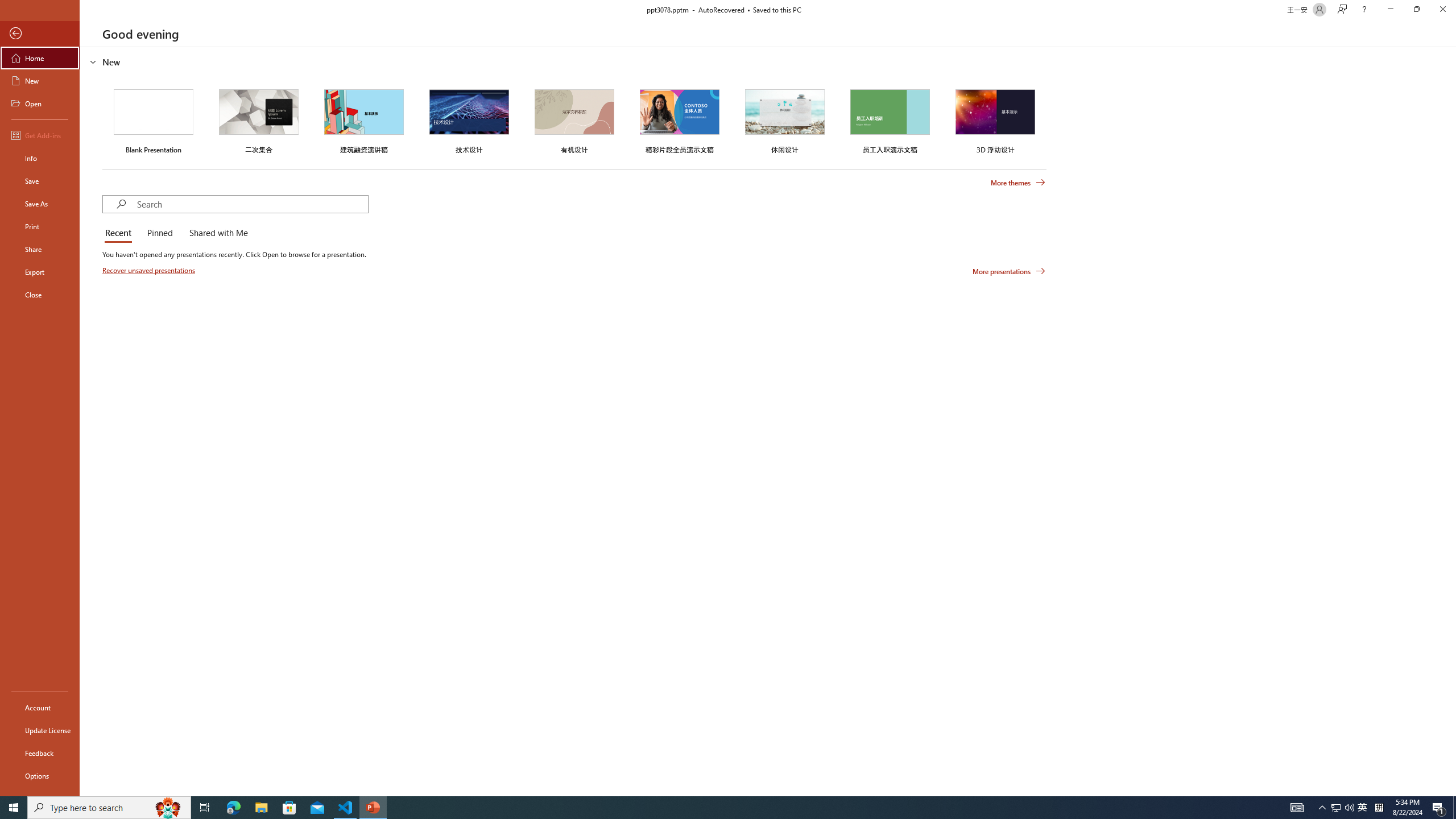 The image size is (1456, 819). What do you see at coordinates (120, 233) in the screenshot?
I see `'Recent'` at bounding box center [120, 233].